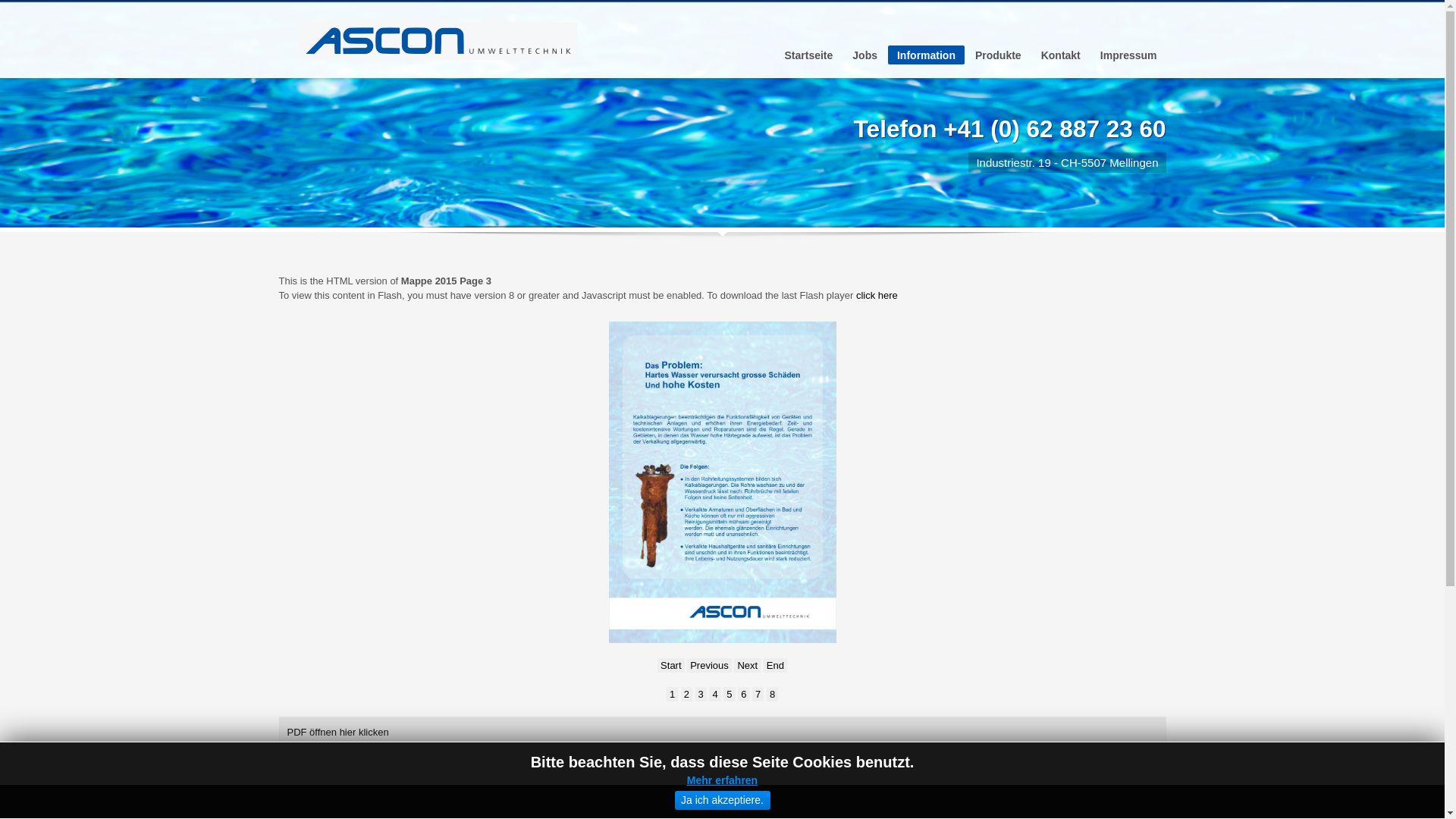 This screenshot has width=1456, height=819. Describe the element at coordinates (714, 694) in the screenshot. I see `'4'` at that location.